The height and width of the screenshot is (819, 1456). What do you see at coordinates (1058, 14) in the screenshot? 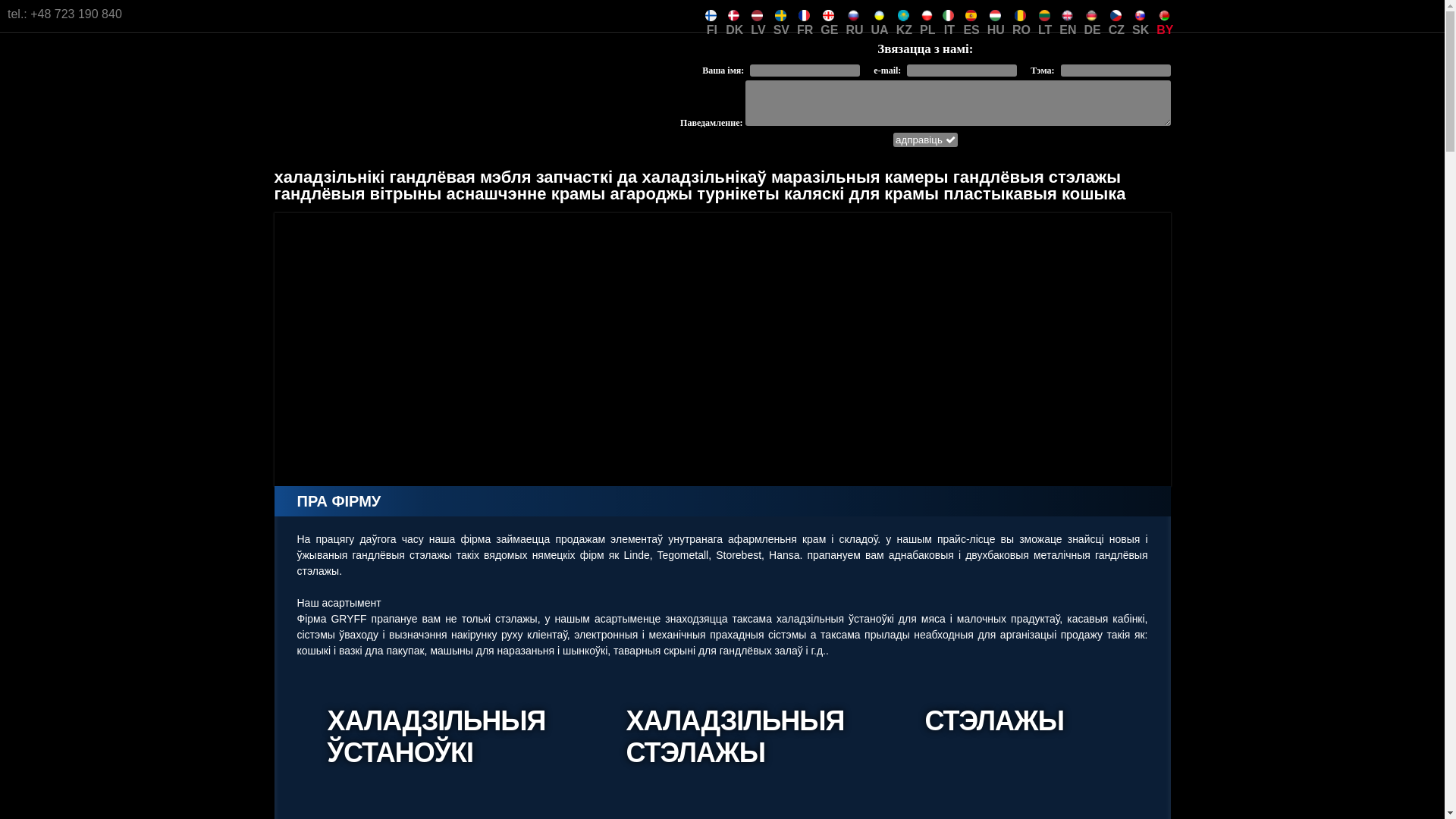
I see `'EN'` at bounding box center [1058, 14].